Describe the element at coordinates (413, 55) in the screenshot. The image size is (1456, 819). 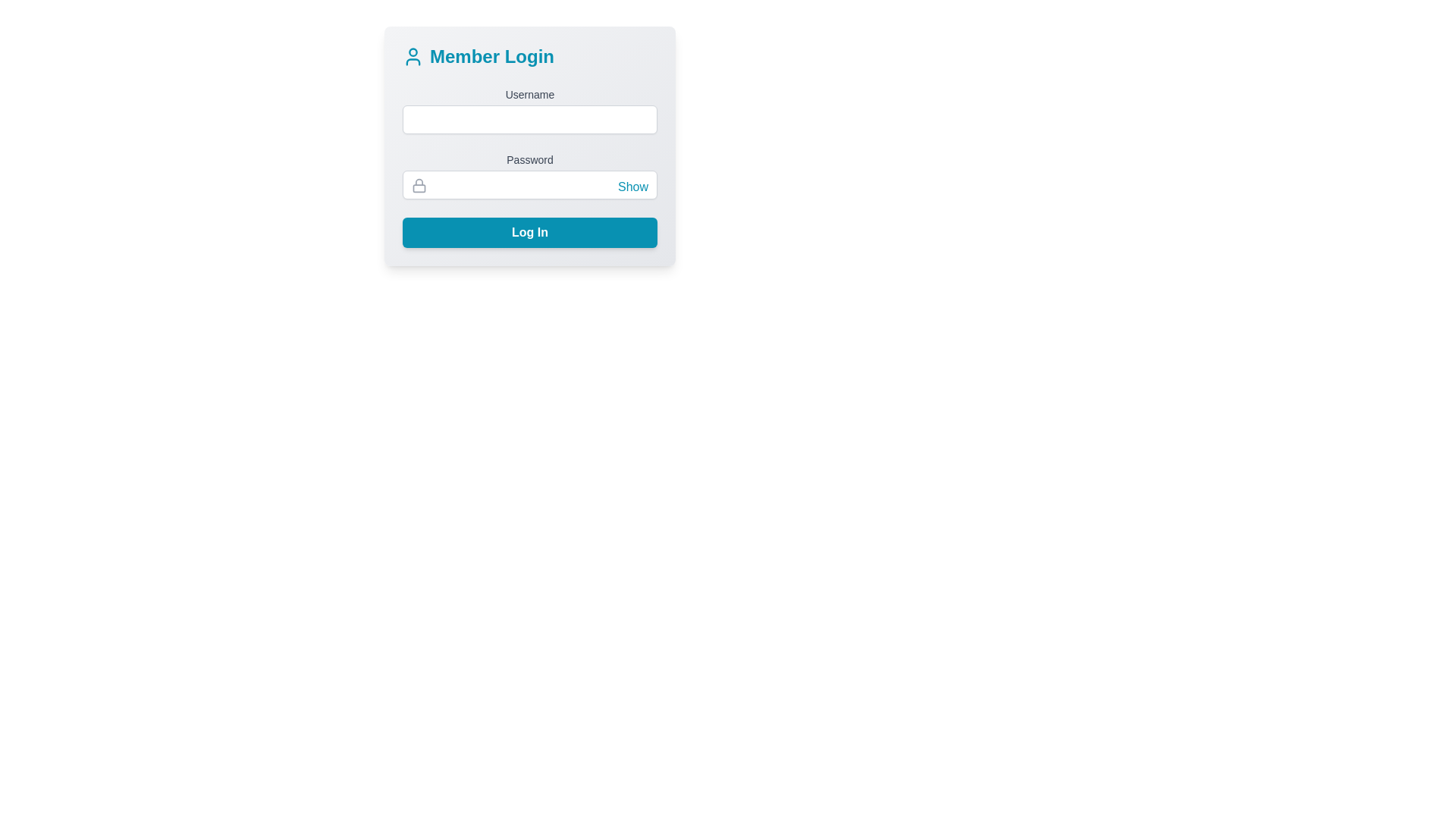
I see `the user-related functionality icon located to the left of the 'Member Login' text, which is centered vertically and horizontally aligned with the text in the header group of the login form` at that location.